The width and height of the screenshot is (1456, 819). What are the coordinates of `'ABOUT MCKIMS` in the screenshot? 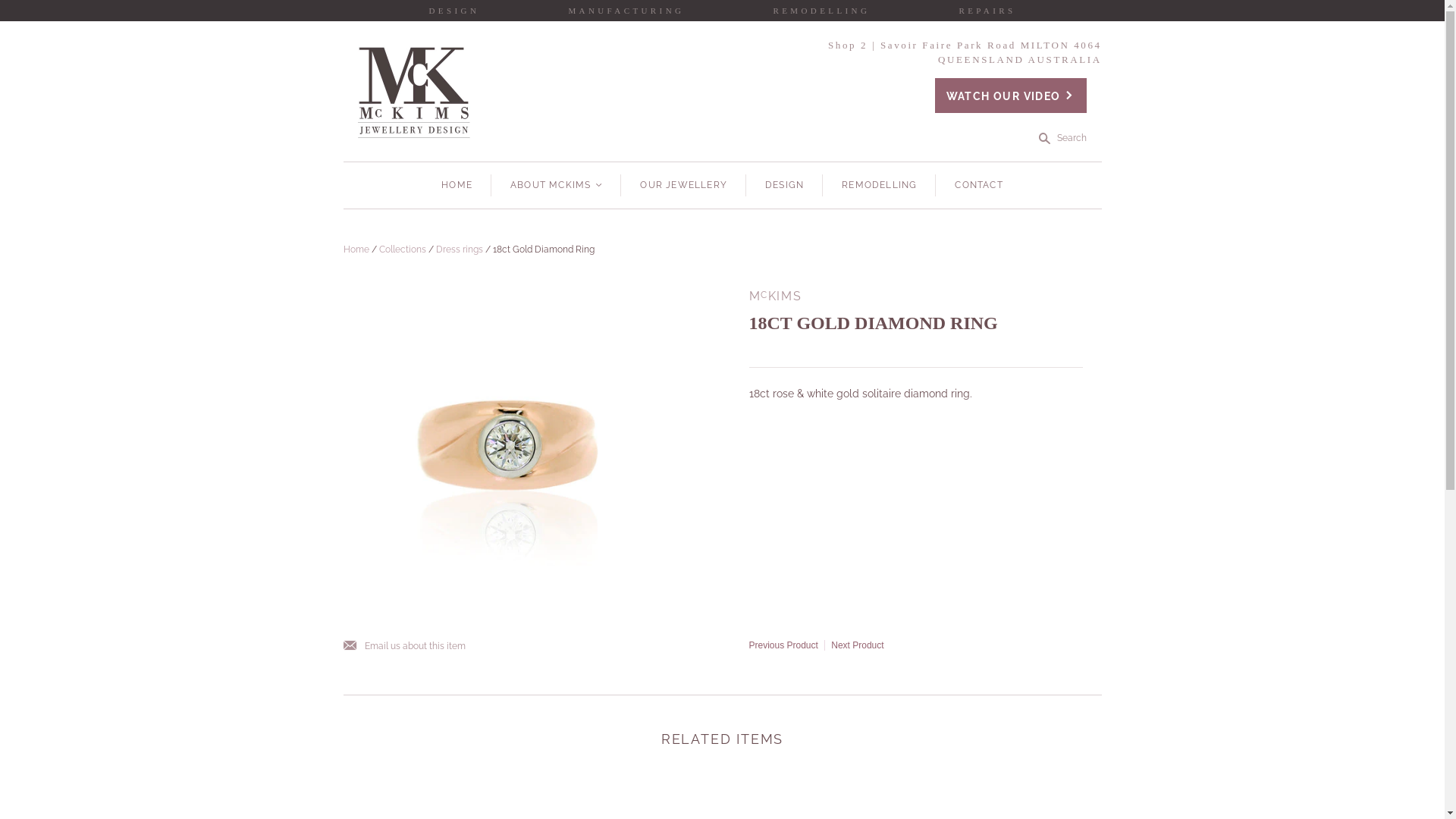 It's located at (555, 184).